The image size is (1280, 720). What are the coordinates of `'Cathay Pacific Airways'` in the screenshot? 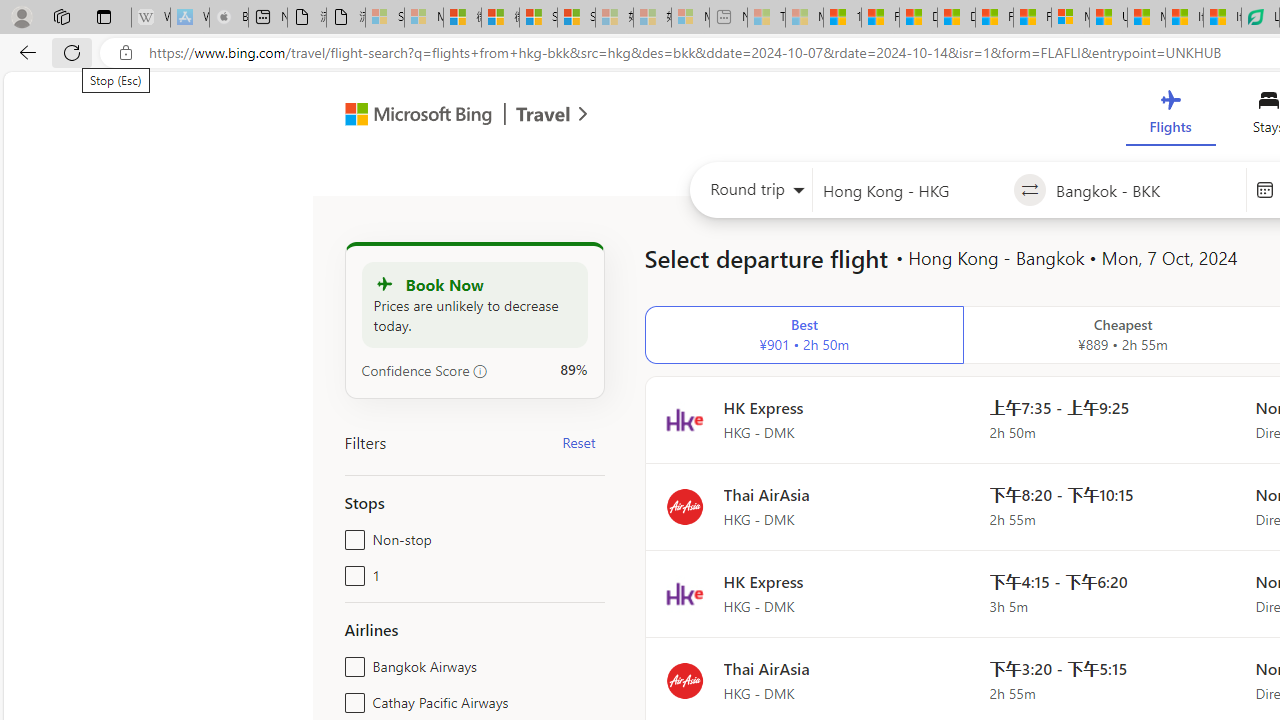 It's located at (351, 698).